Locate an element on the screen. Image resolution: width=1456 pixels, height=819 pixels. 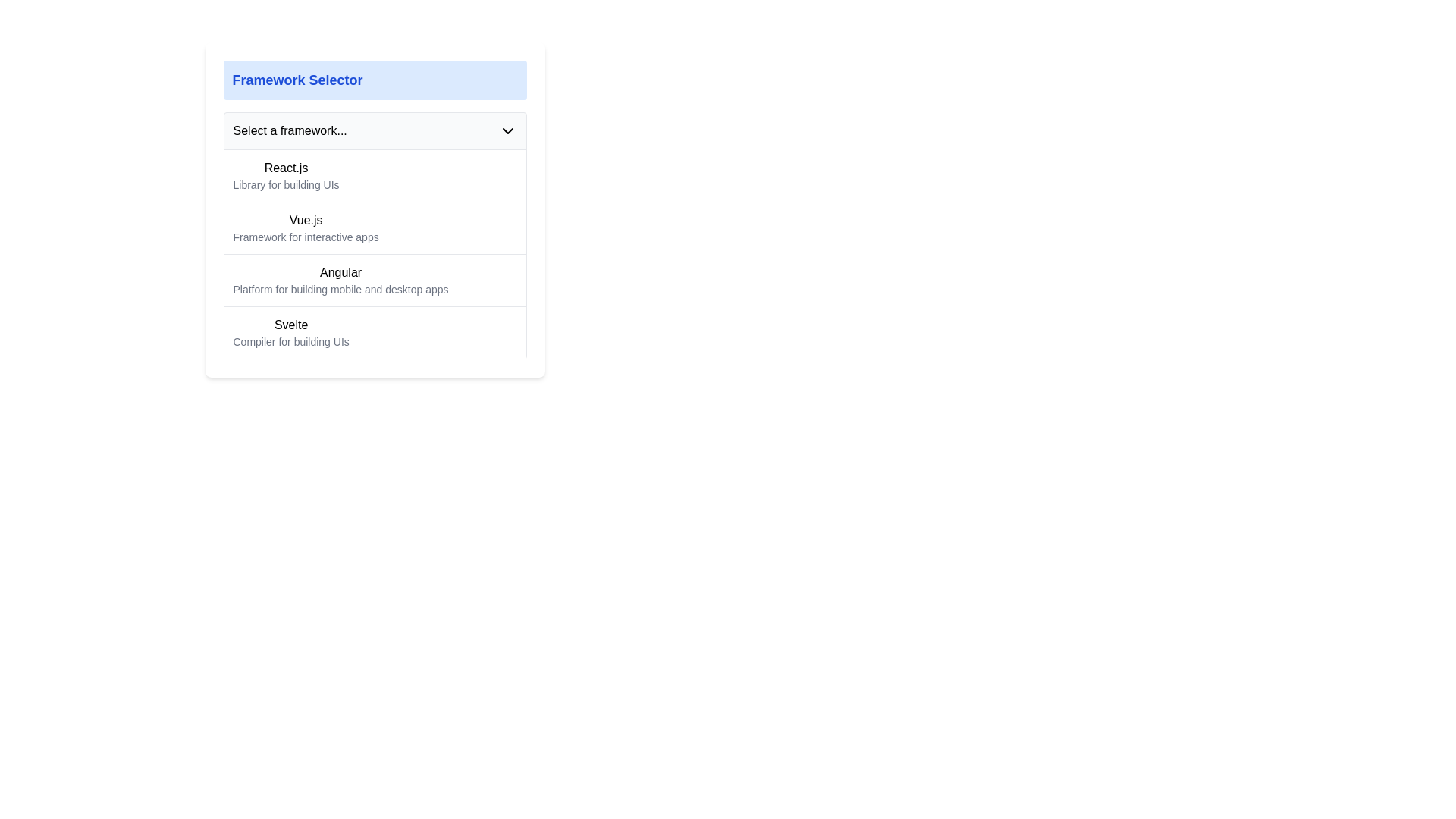
the Text label that serves as a title for the framework selection component, which is centrally placed within a blue-shaded rectangular section at the top of the interface is located at coordinates (297, 80).